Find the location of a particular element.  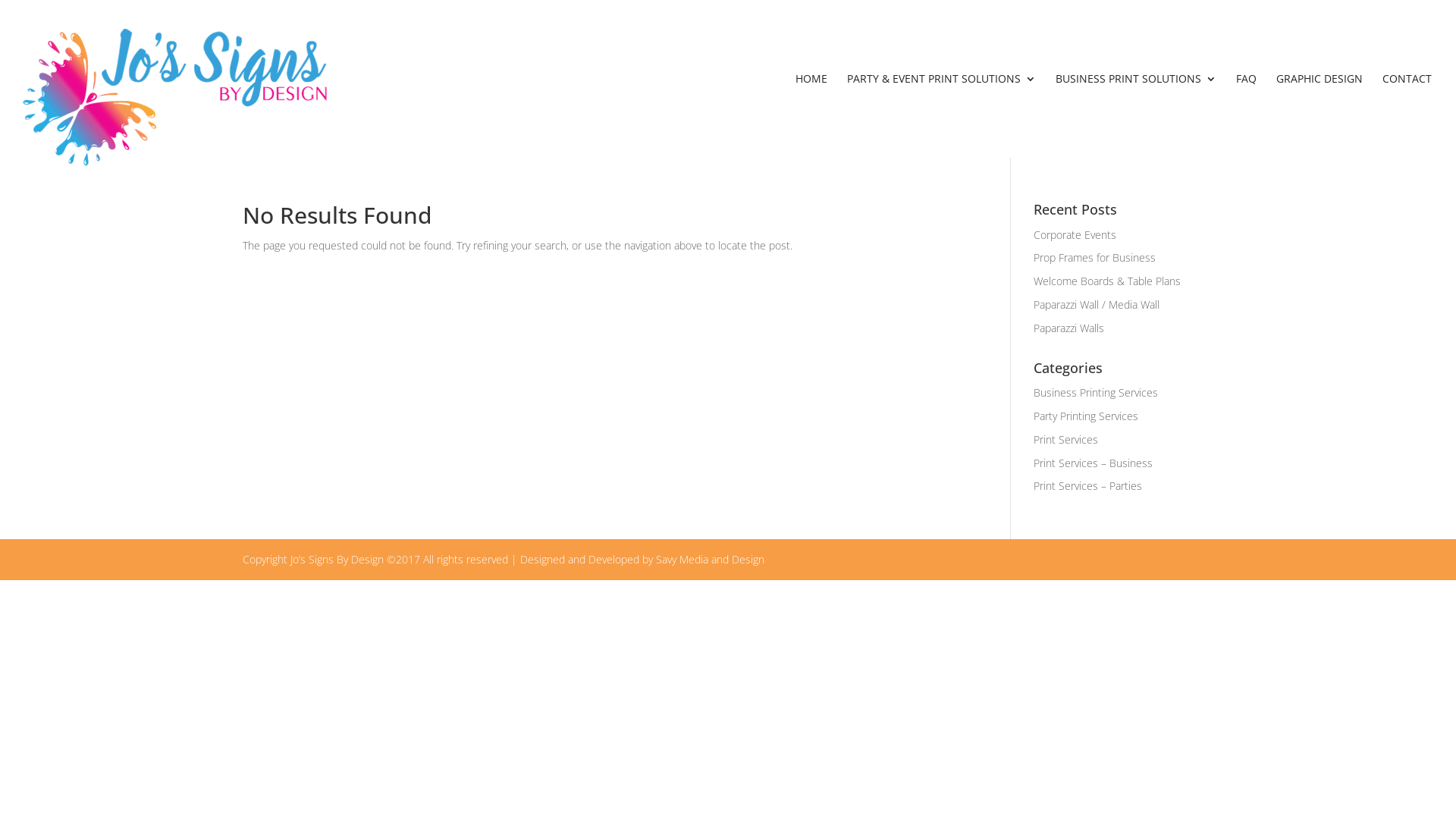

'BUSINESS PRINT SOLUTIONS' is located at coordinates (1135, 115).